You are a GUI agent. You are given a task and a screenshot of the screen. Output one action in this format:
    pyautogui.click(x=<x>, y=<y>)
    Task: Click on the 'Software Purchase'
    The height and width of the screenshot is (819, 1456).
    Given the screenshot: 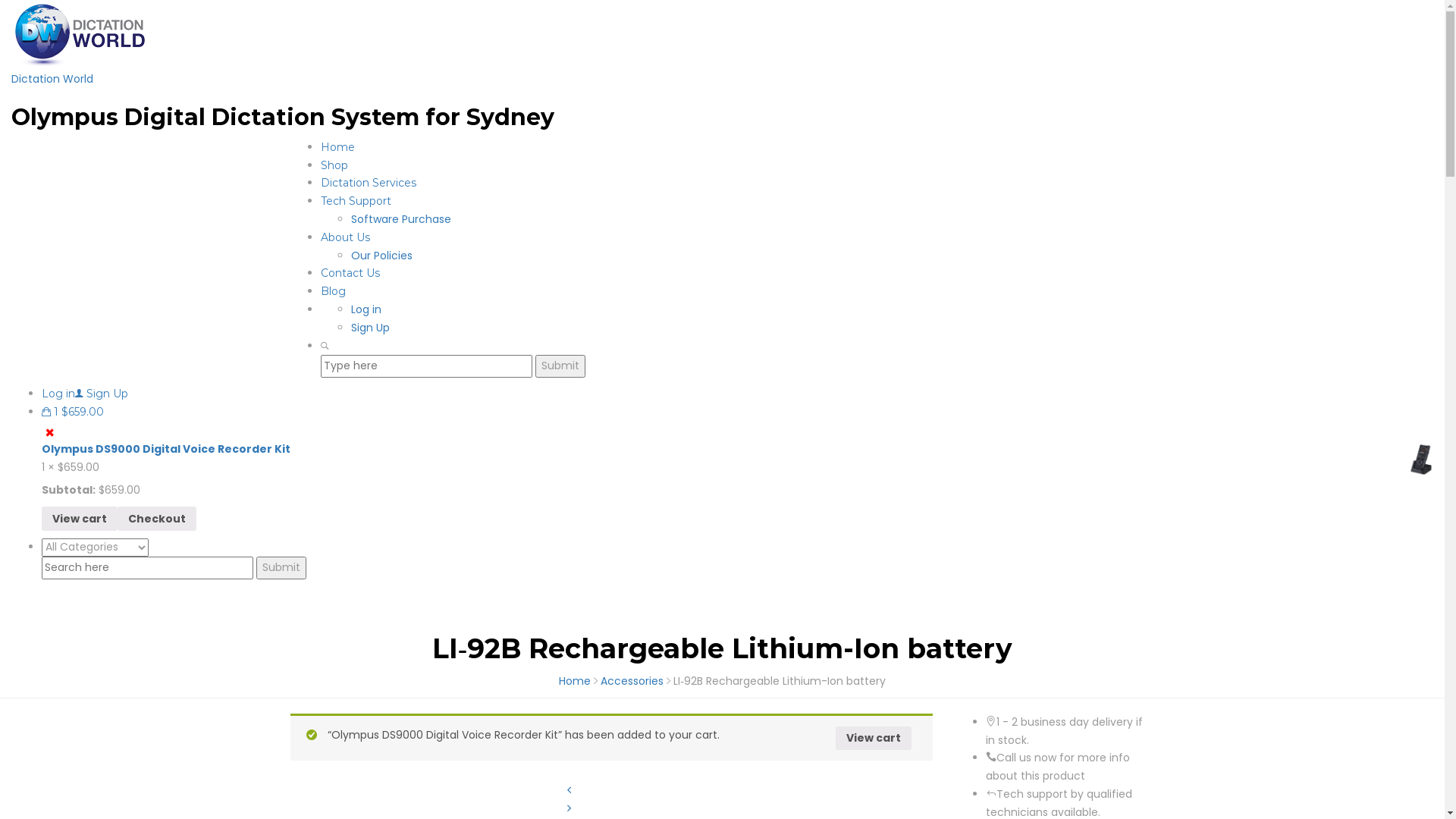 What is the action you would take?
    pyautogui.click(x=400, y=219)
    